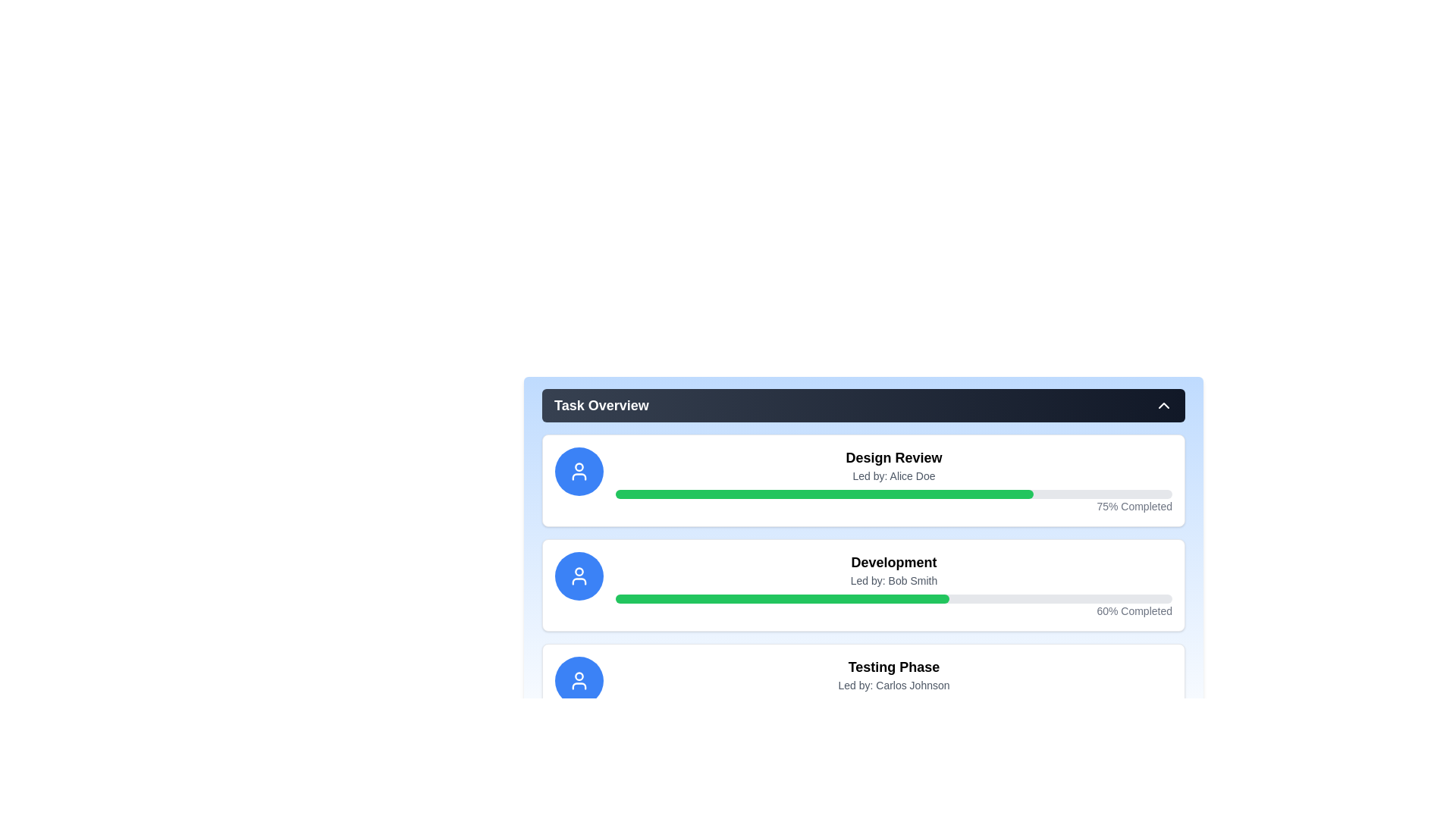 This screenshot has height=819, width=1456. Describe the element at coordinates (601, 405) in the screenshot. I see `the 'Task Overview' text label, which is displayed in bold white font against a dark gradient background` at that location.